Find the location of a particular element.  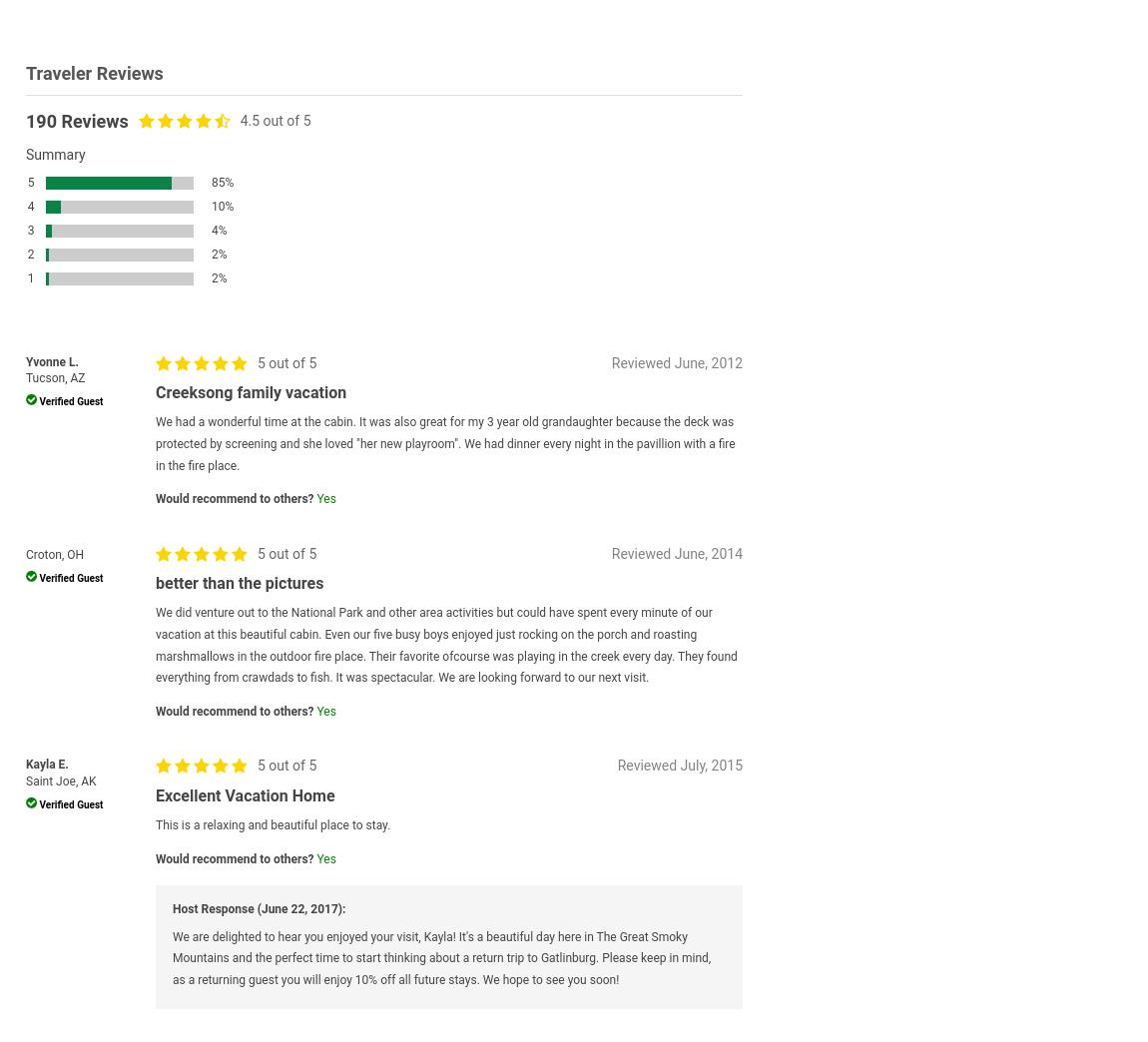

'4%' is located at coordinates (218, 231).